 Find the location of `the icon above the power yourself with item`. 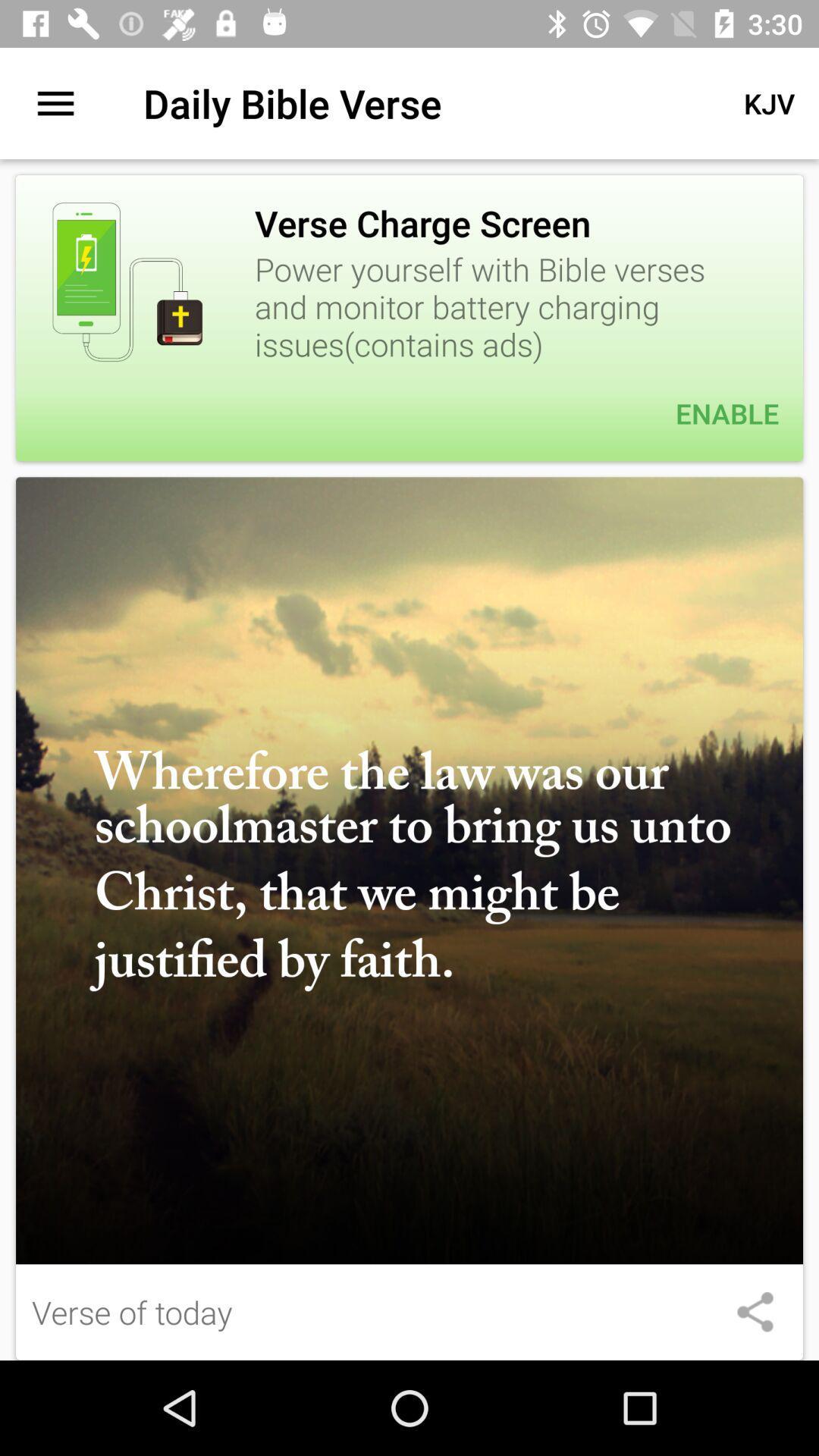

the icon above the power yourself with item is located at coordinates (769, 102).